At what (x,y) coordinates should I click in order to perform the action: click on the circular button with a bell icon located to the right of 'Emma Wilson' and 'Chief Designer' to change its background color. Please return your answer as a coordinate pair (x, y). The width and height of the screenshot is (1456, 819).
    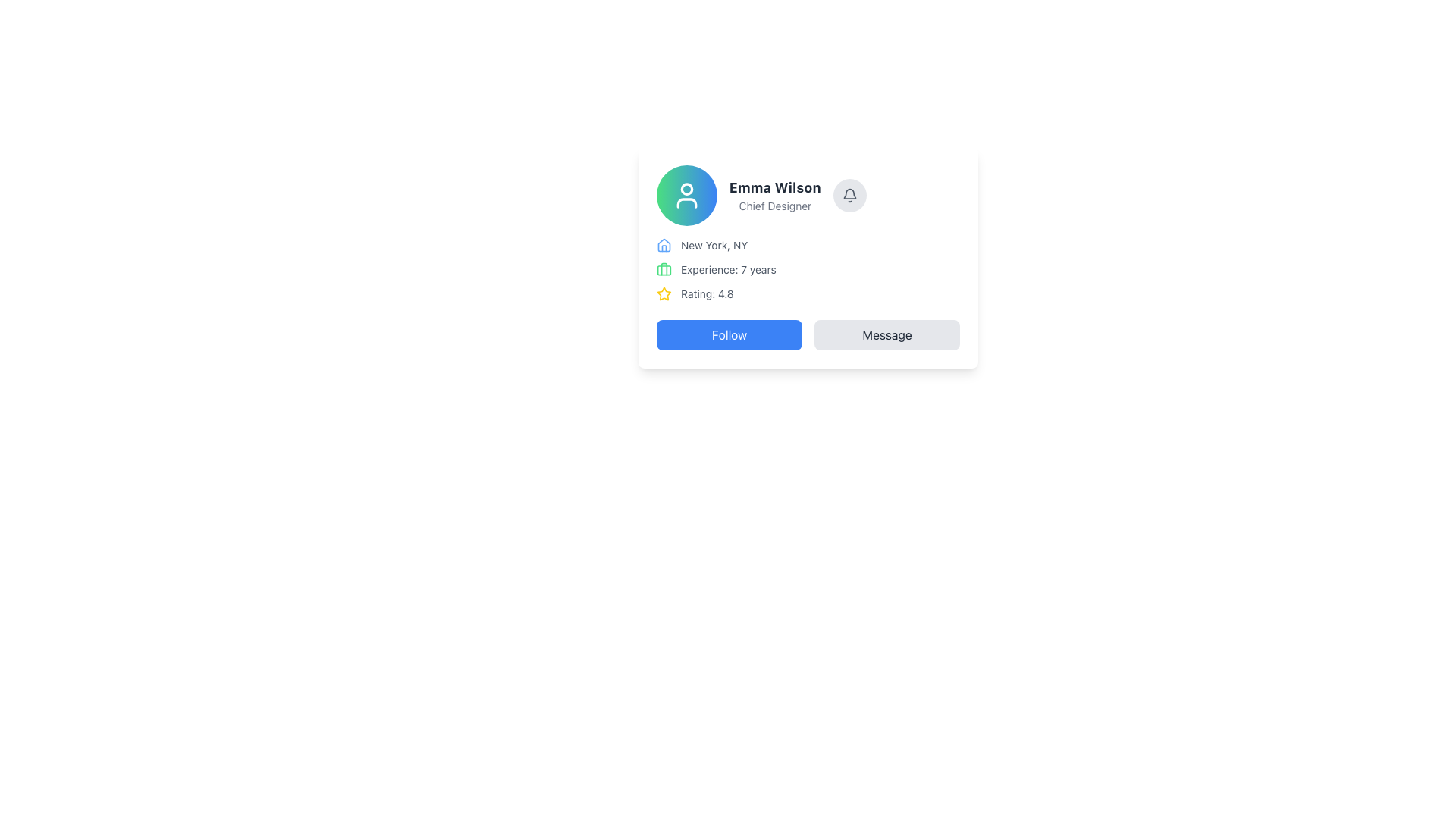
    Looking at the image, I should click on (849, 195).